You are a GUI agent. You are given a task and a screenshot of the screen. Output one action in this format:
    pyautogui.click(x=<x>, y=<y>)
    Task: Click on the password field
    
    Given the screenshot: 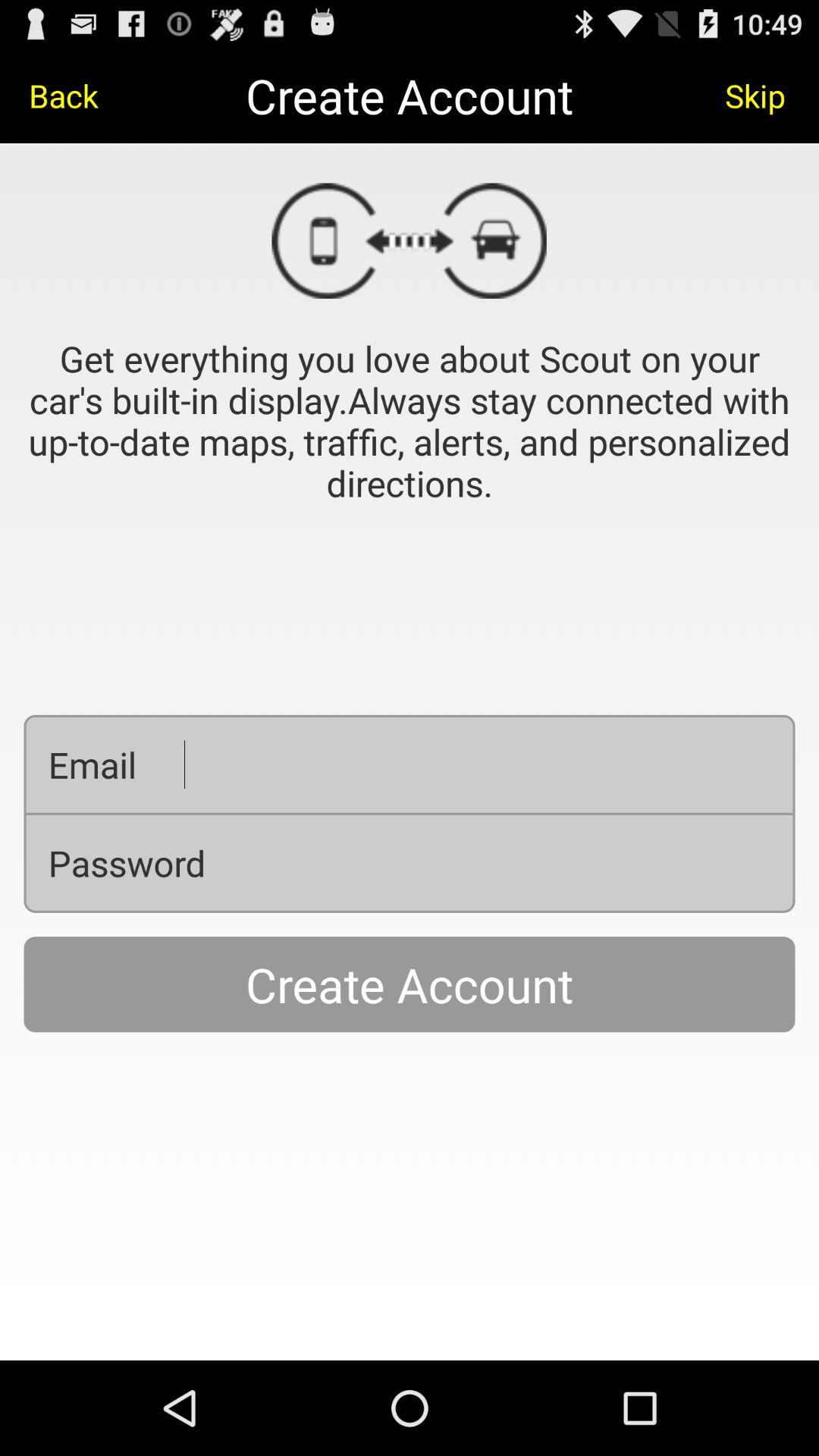 What is the action you would take?
    pyautogui.click(x=512, y=863)
    